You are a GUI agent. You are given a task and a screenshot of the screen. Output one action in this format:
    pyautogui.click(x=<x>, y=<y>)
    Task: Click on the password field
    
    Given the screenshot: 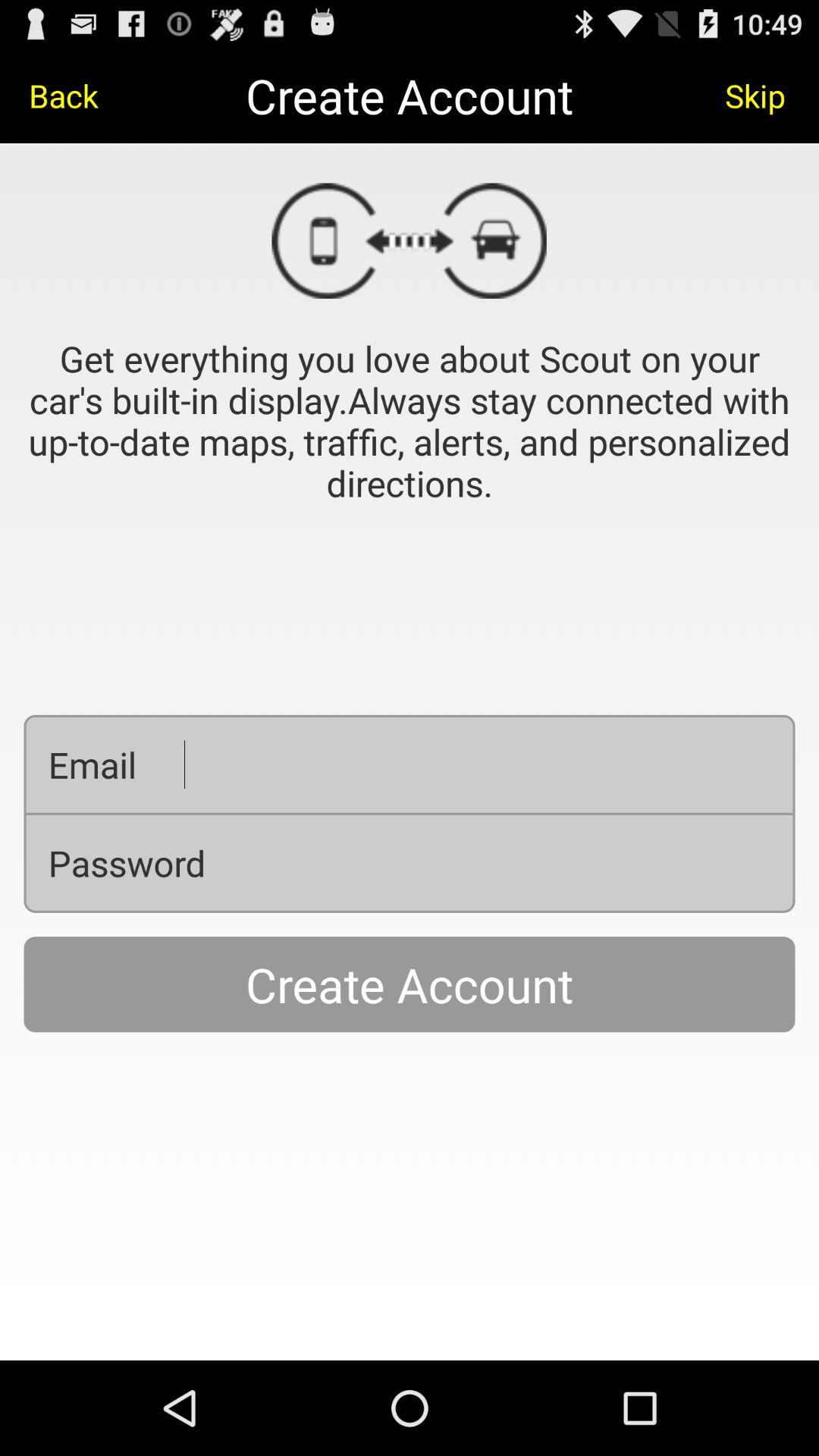 What is the action you would take?
    pyautogui.click(x=512, y=863)
    